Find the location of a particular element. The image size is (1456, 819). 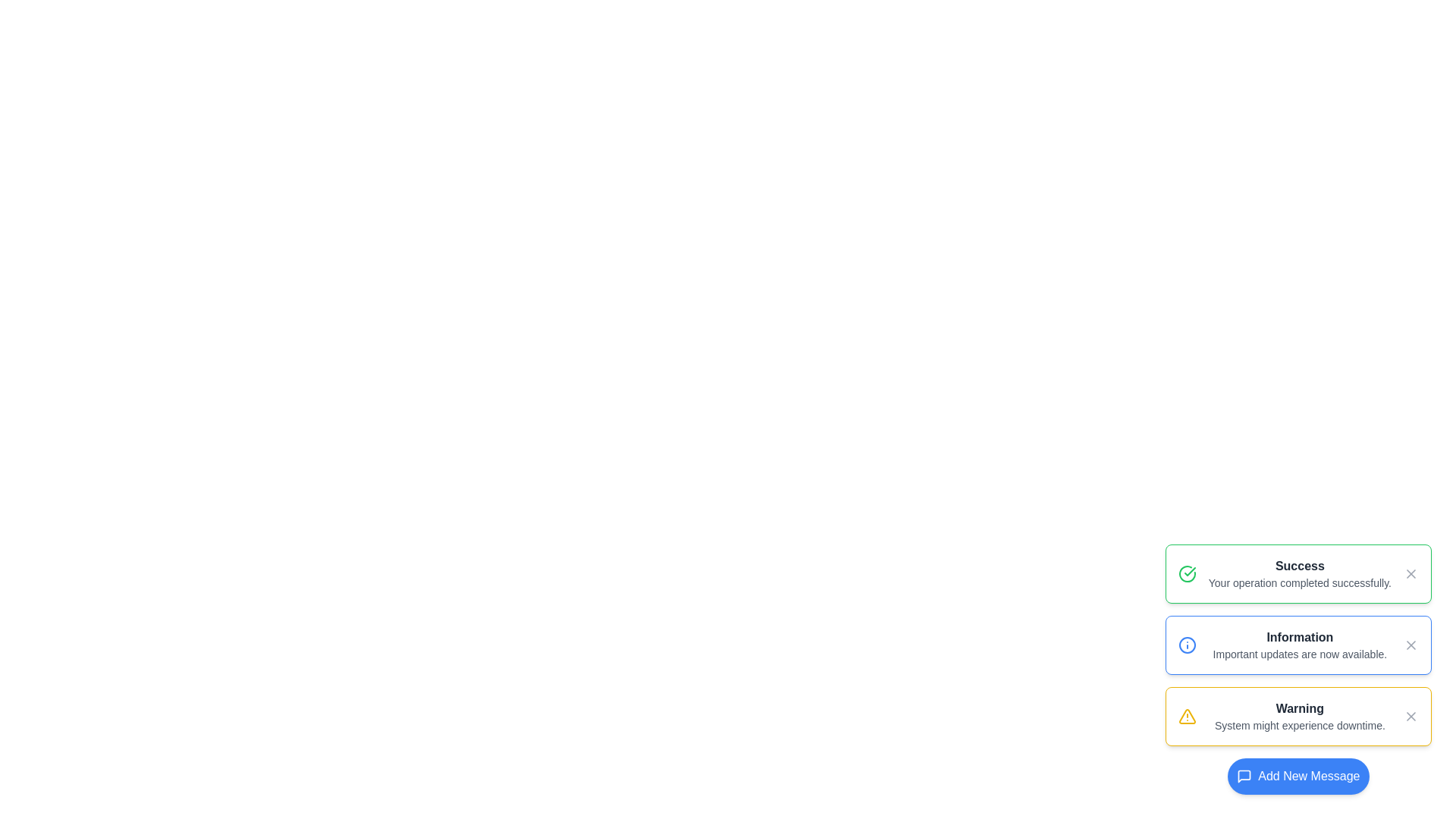

the information icon, which is styled as a blue circle with an 'i' in the center, located in the second notification card titled 'Information.' is located at coordinates (1186, 645).